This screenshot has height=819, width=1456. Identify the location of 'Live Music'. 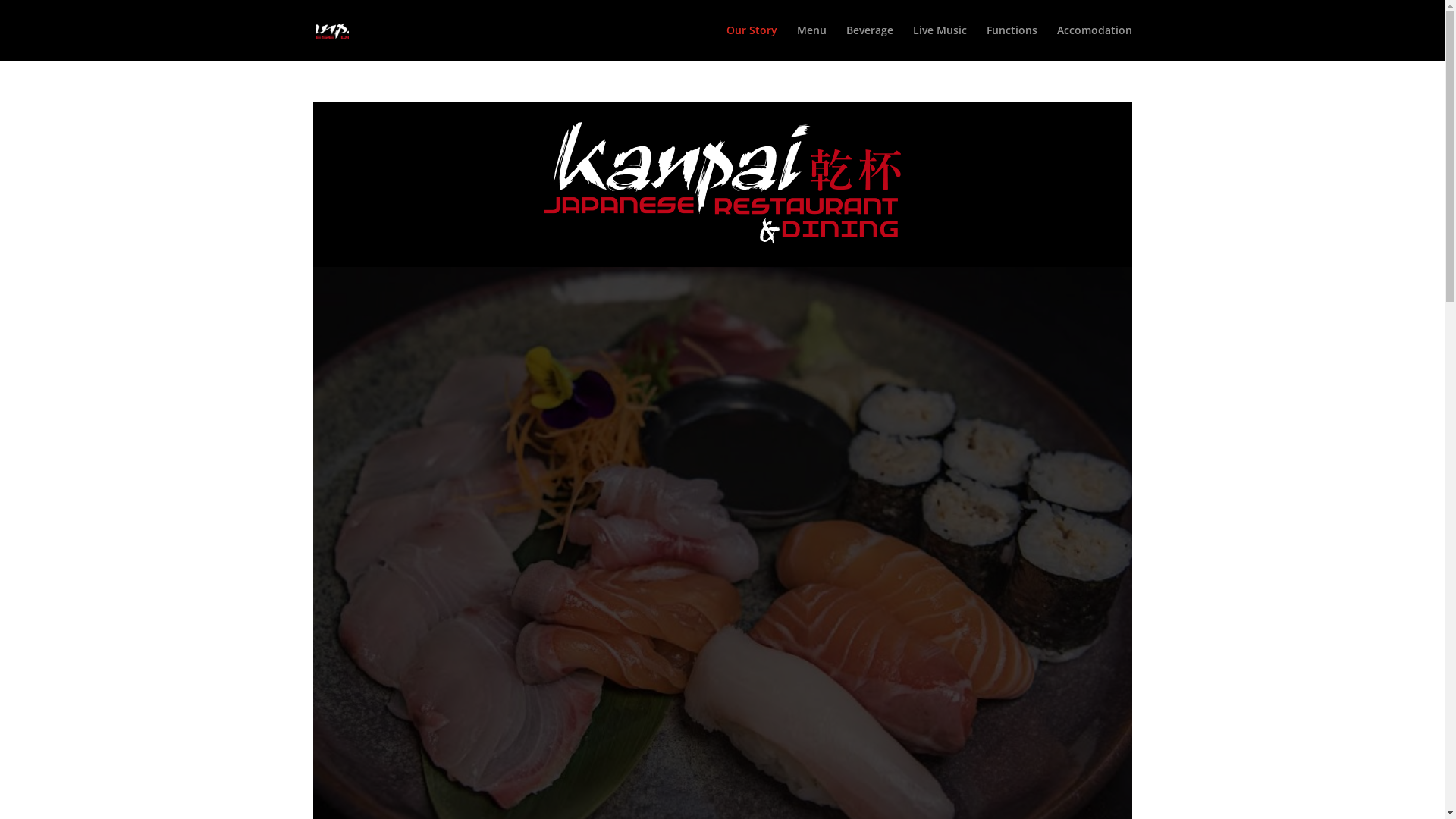
(939, 42).